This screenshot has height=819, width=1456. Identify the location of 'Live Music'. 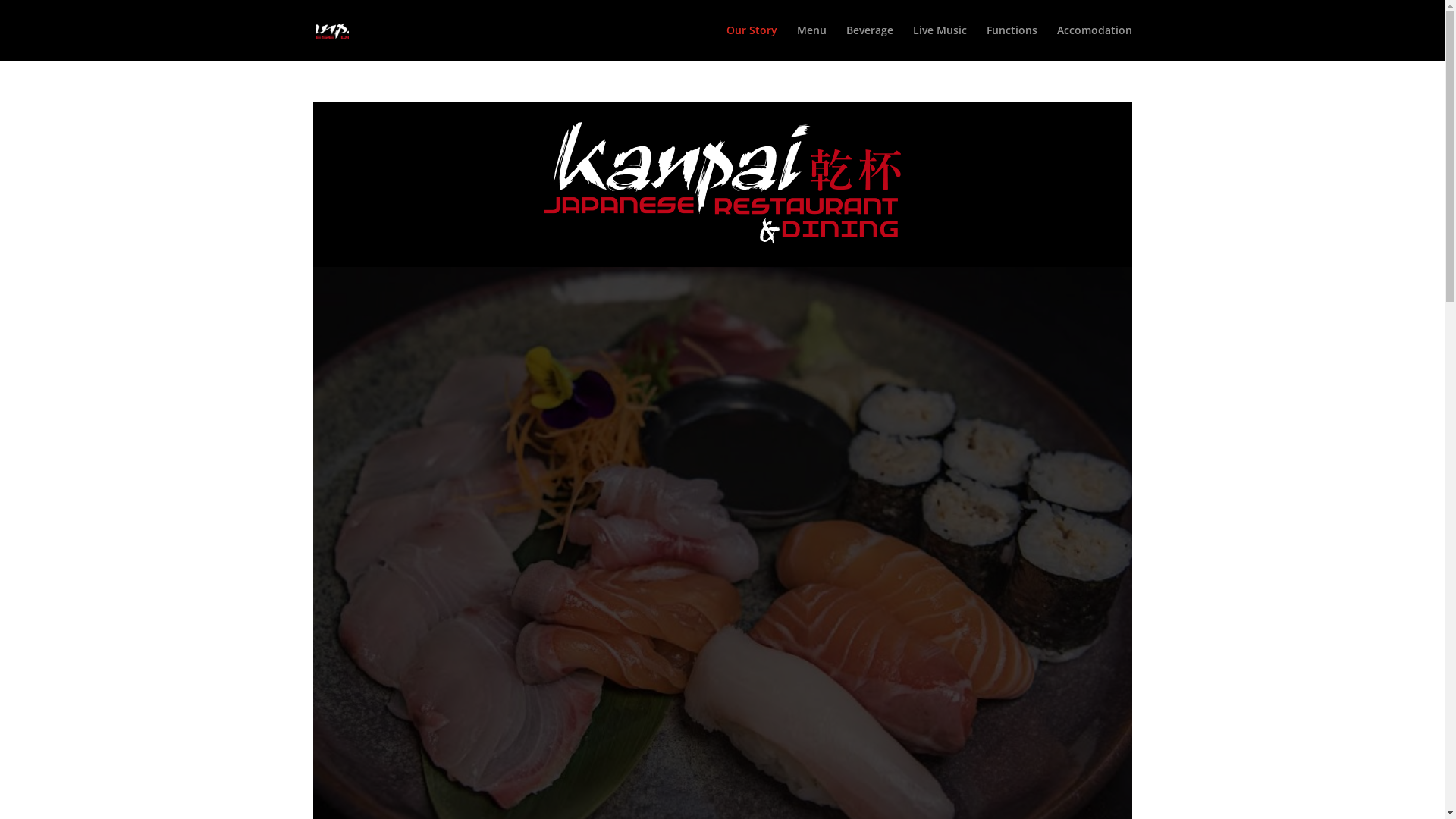
(939, 42).